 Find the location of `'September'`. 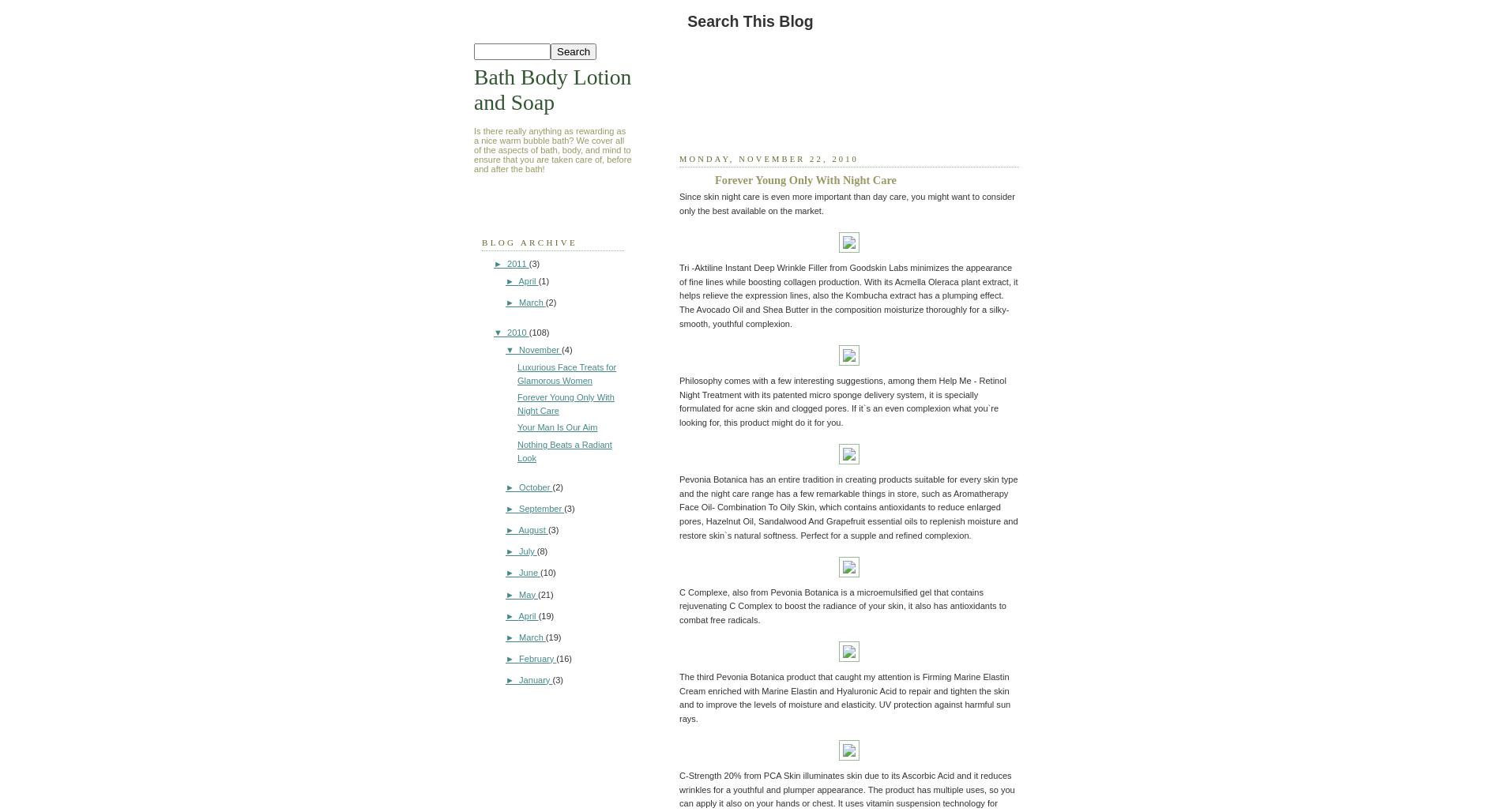

'September' is located at coordinates (541, 509).